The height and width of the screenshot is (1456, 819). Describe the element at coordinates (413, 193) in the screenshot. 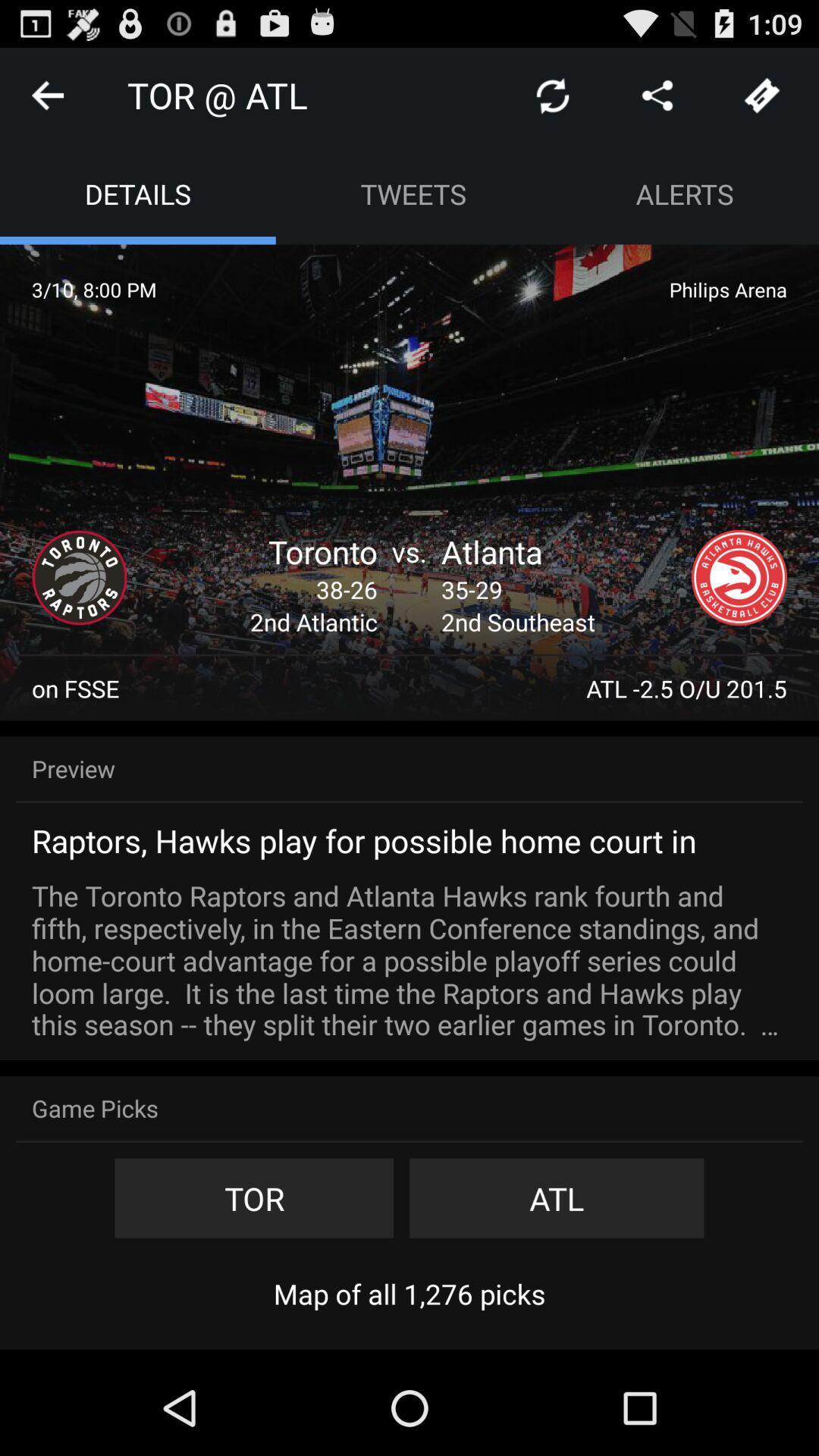

I see `tweets` at that location.